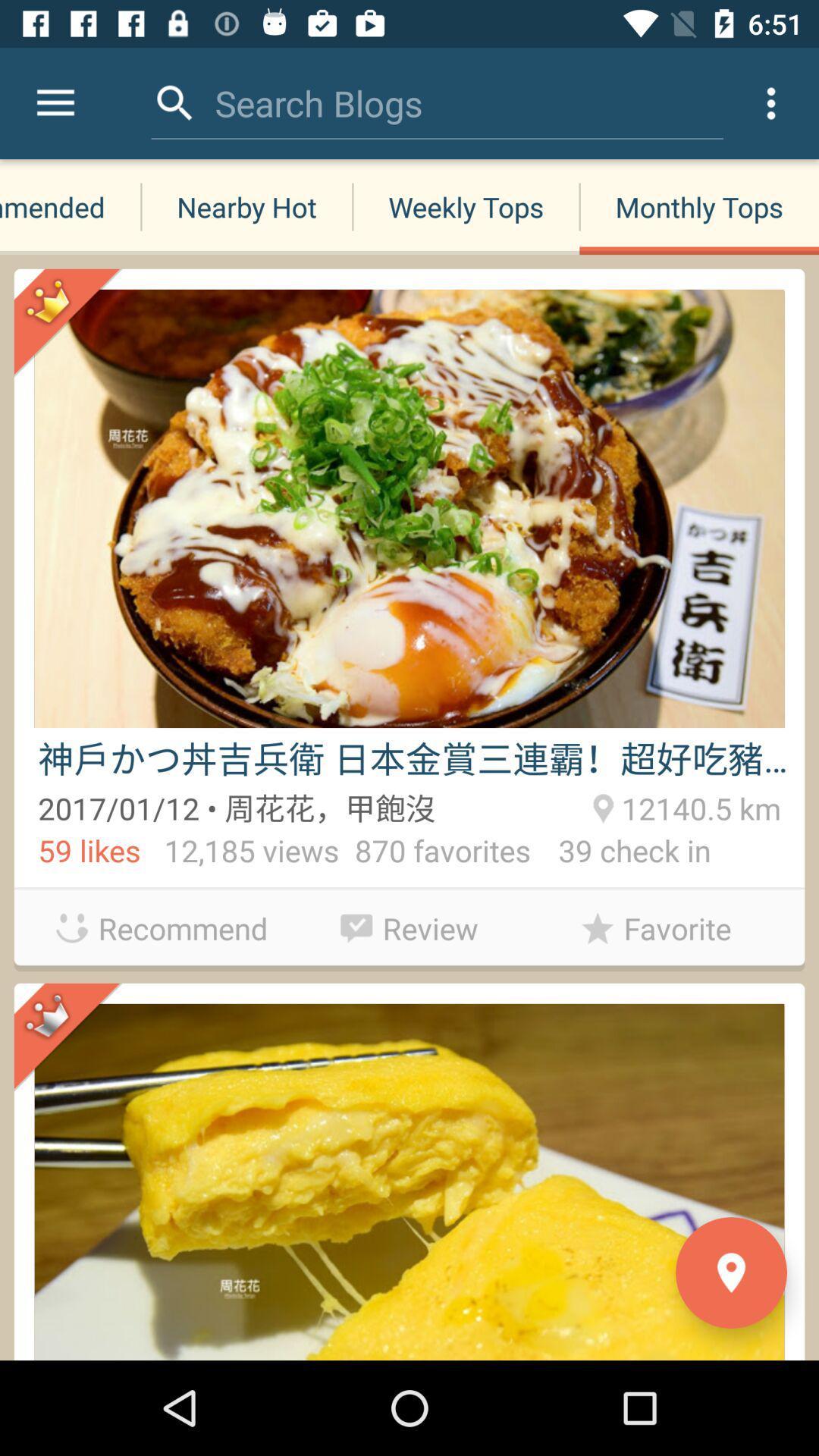  I want to click on icon to the left of the 39 check in, so click(409, 924).